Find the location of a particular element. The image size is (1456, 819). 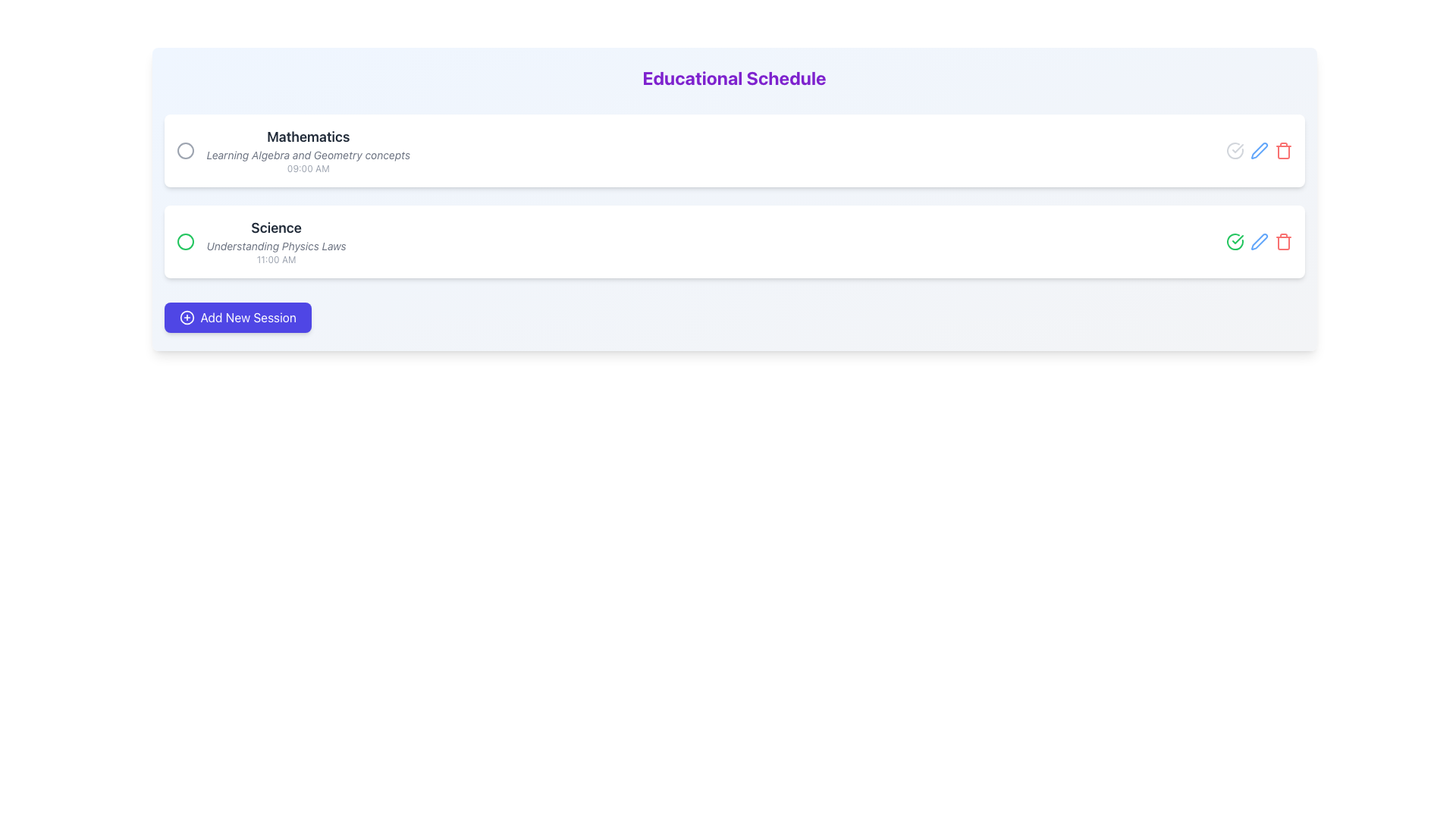

the graphical icon resembling a checkmark crossing a circle located in the second session row labeled 'Science' is located at coordinates (1238, 149).